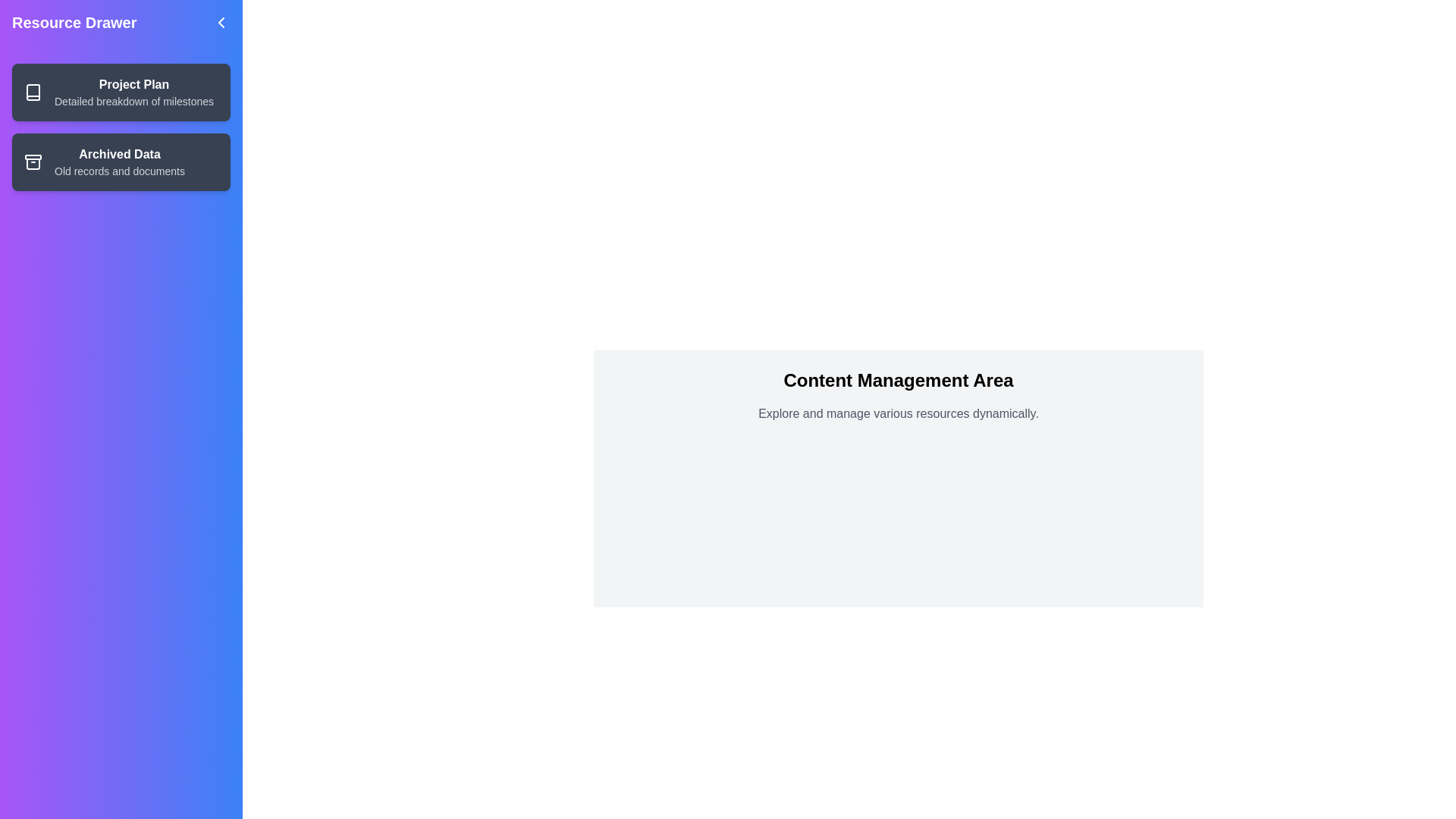 The image size is (1456, 819). I want to click on the resource with the title Archived Data, so click(120, 162).